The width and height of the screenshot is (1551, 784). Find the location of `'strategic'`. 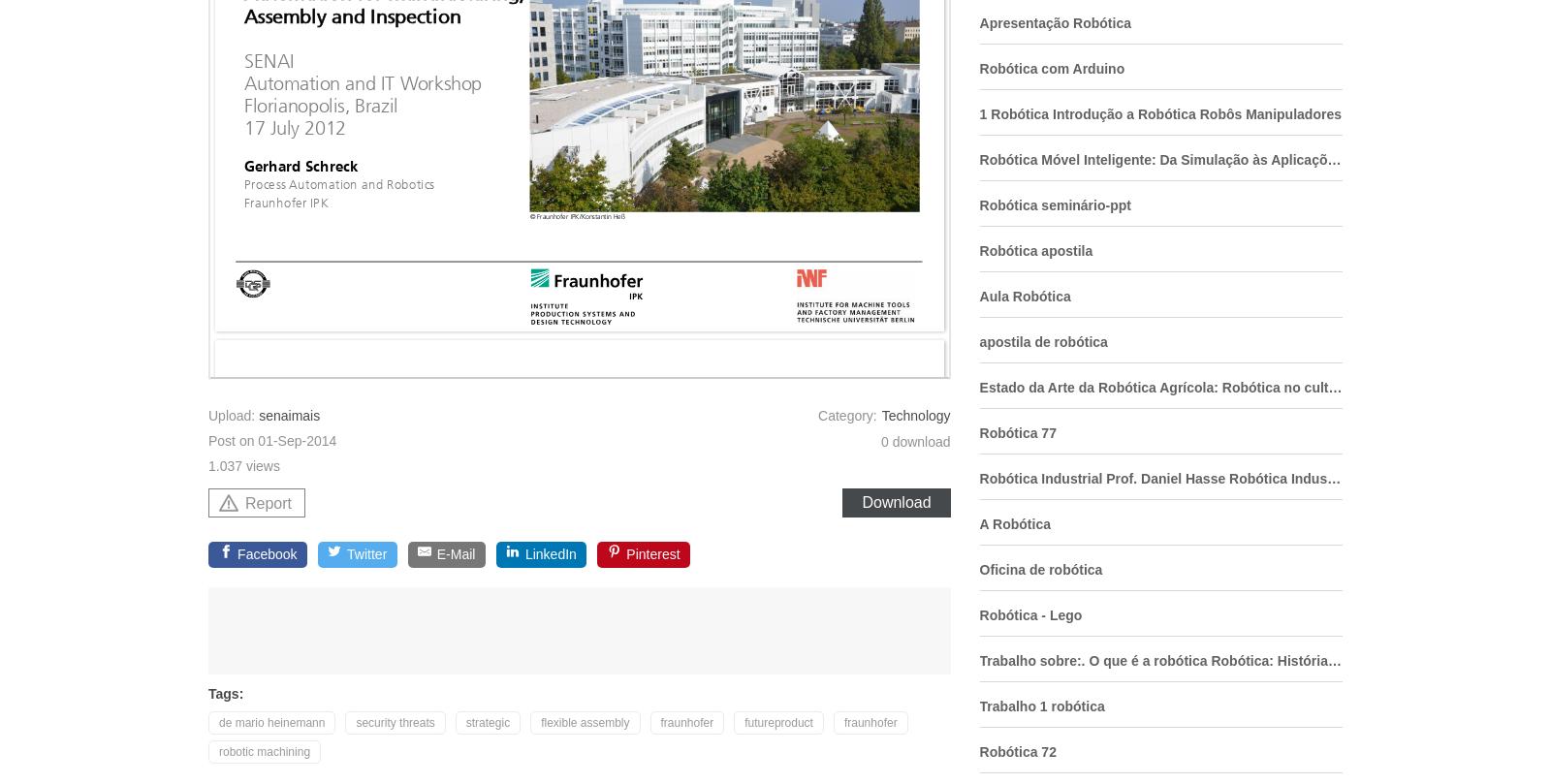

'strategic' is located at coordinates (487, 721).